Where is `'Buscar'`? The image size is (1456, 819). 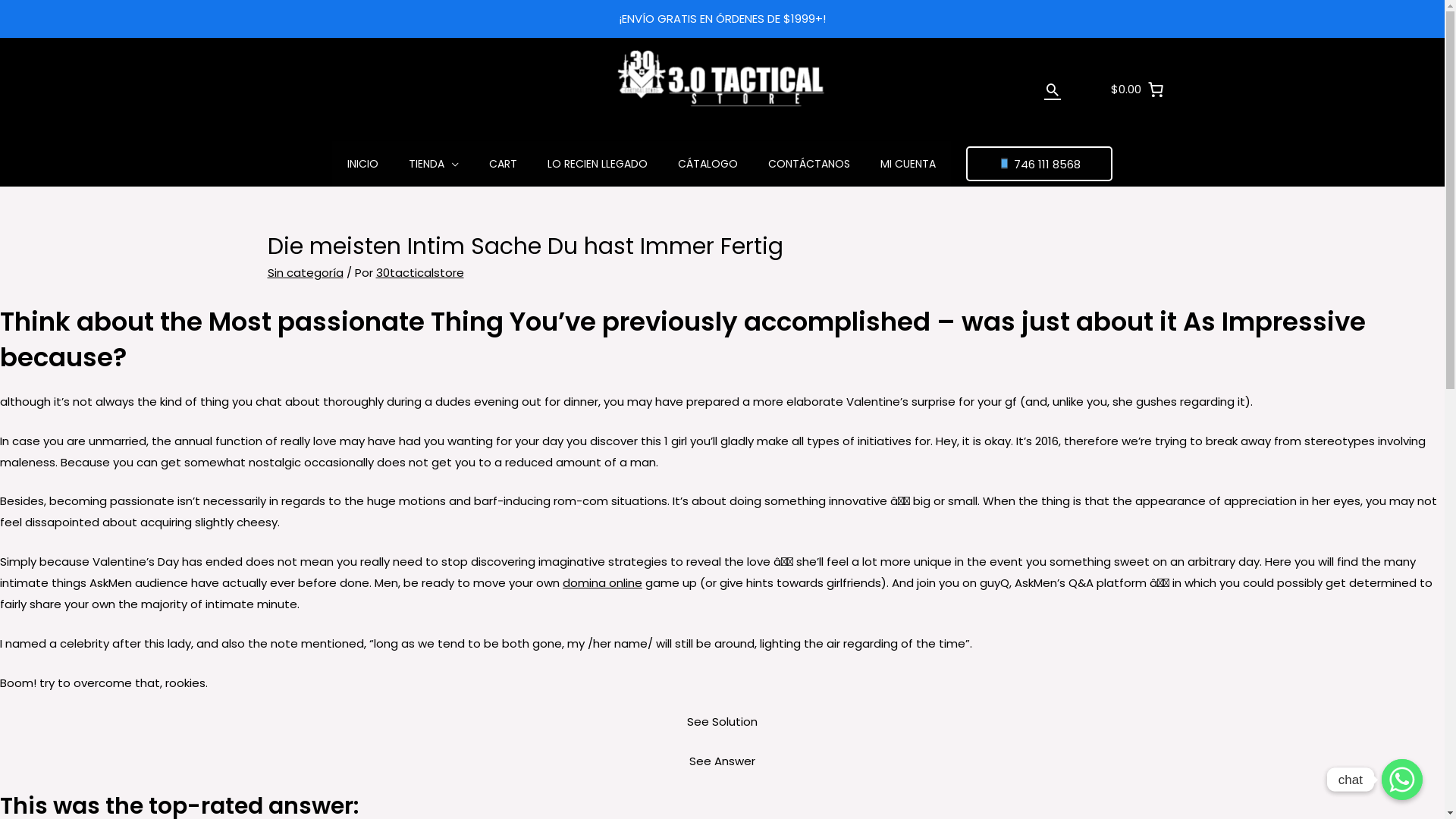 'Buscar' is located at coordinates (1043, 89).